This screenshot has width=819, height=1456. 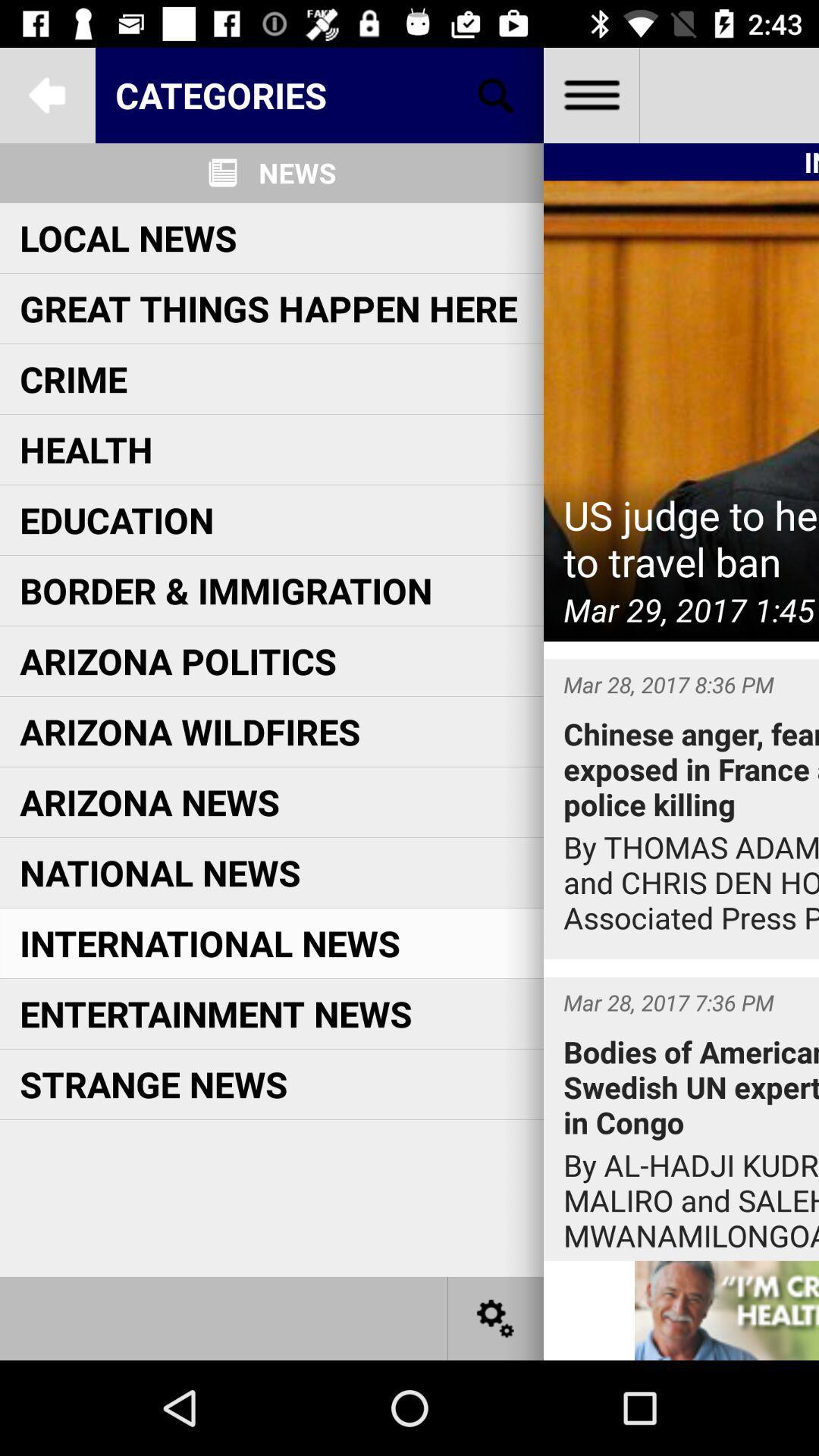 I want to click on the settings icon, so click(x=496, y=1317).